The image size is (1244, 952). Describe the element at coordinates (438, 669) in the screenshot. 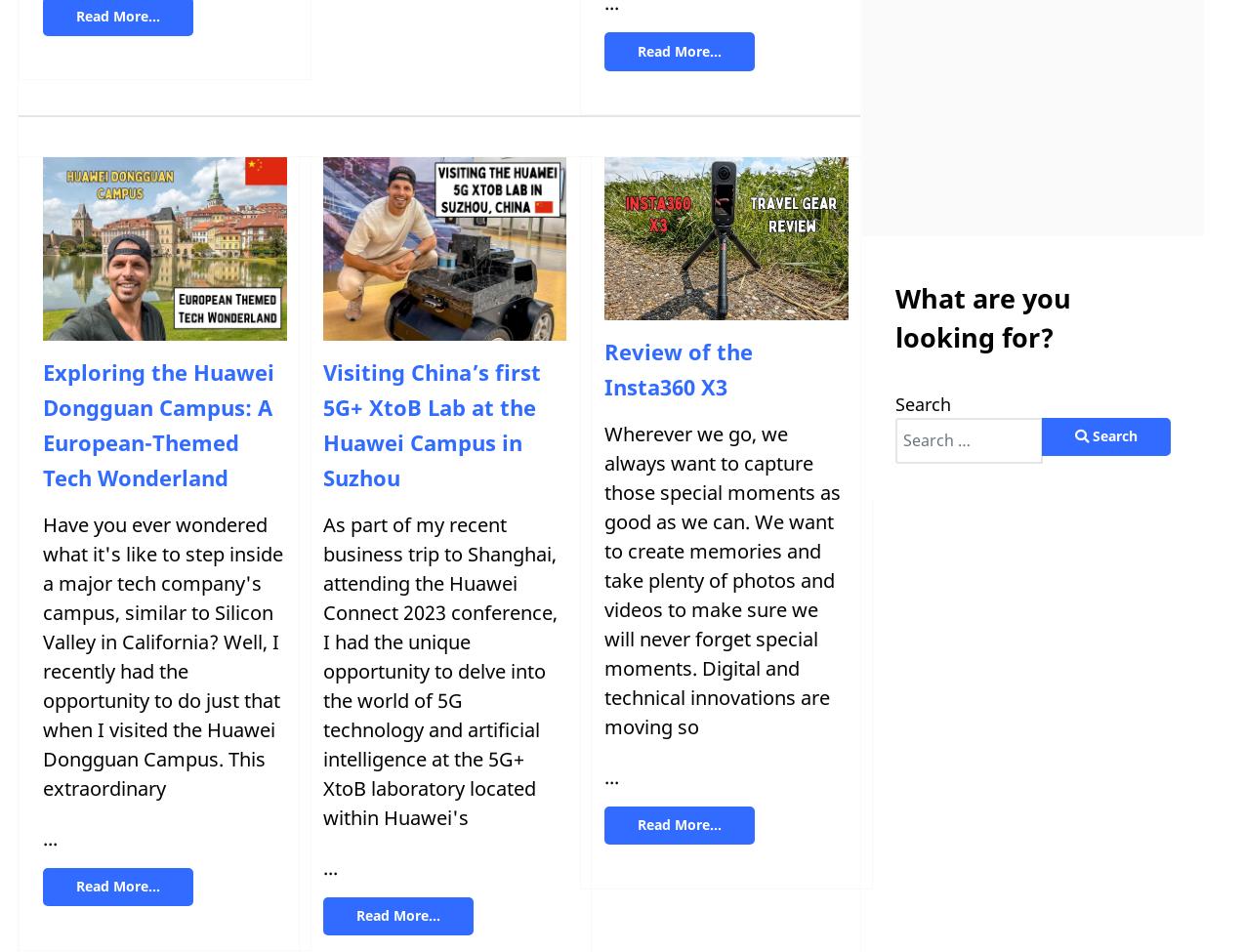

I see `'As part of my recent business trip to Shanghai, attending the Huawei Connect 2023 conference, I had the unique opportunity to delve into the world of 5G technology and artificial intelligence at the 5G+ XtoB laboratory located within Huawei's'` at that location.